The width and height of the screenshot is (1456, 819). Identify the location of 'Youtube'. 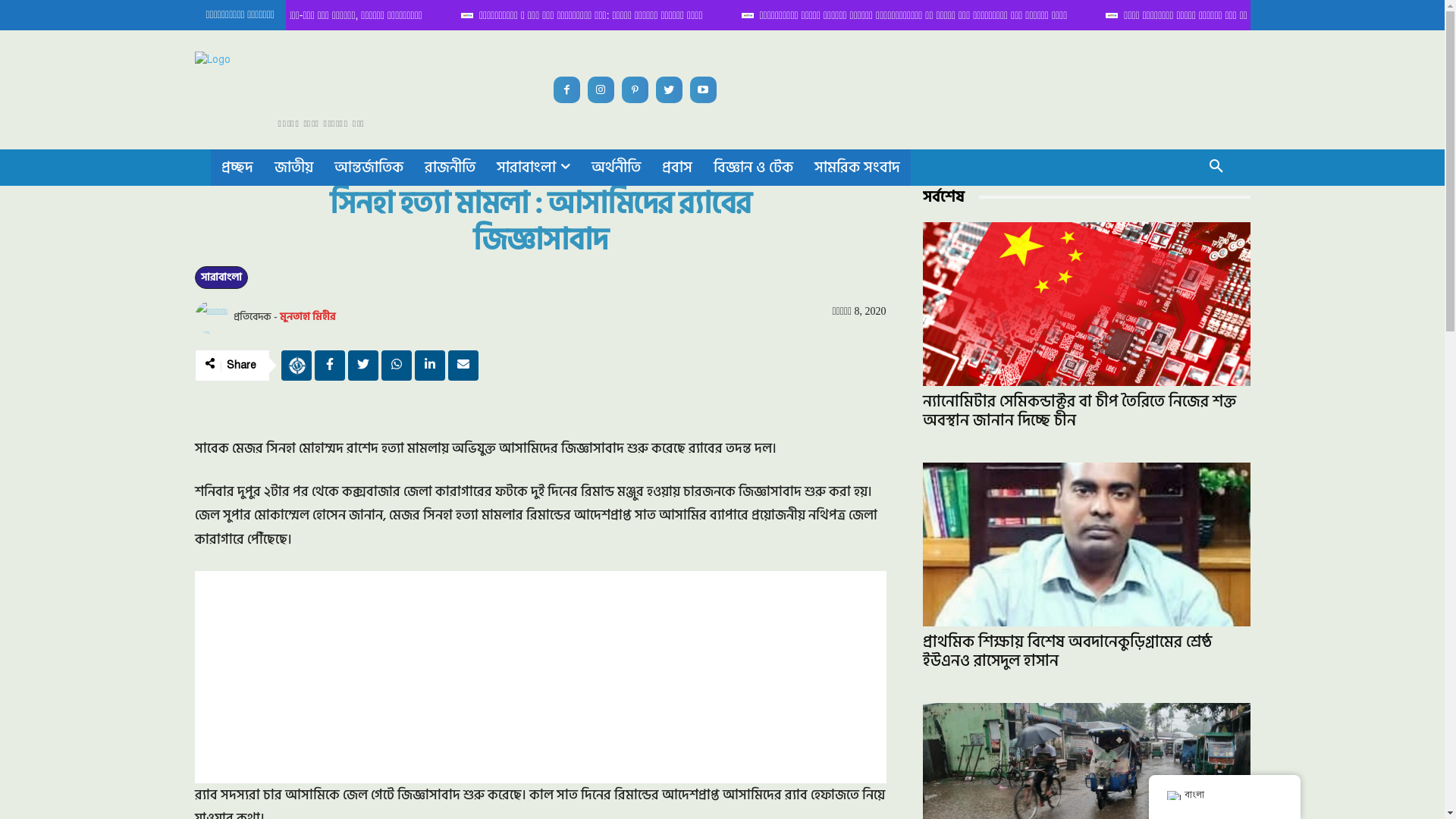
(702, 89).